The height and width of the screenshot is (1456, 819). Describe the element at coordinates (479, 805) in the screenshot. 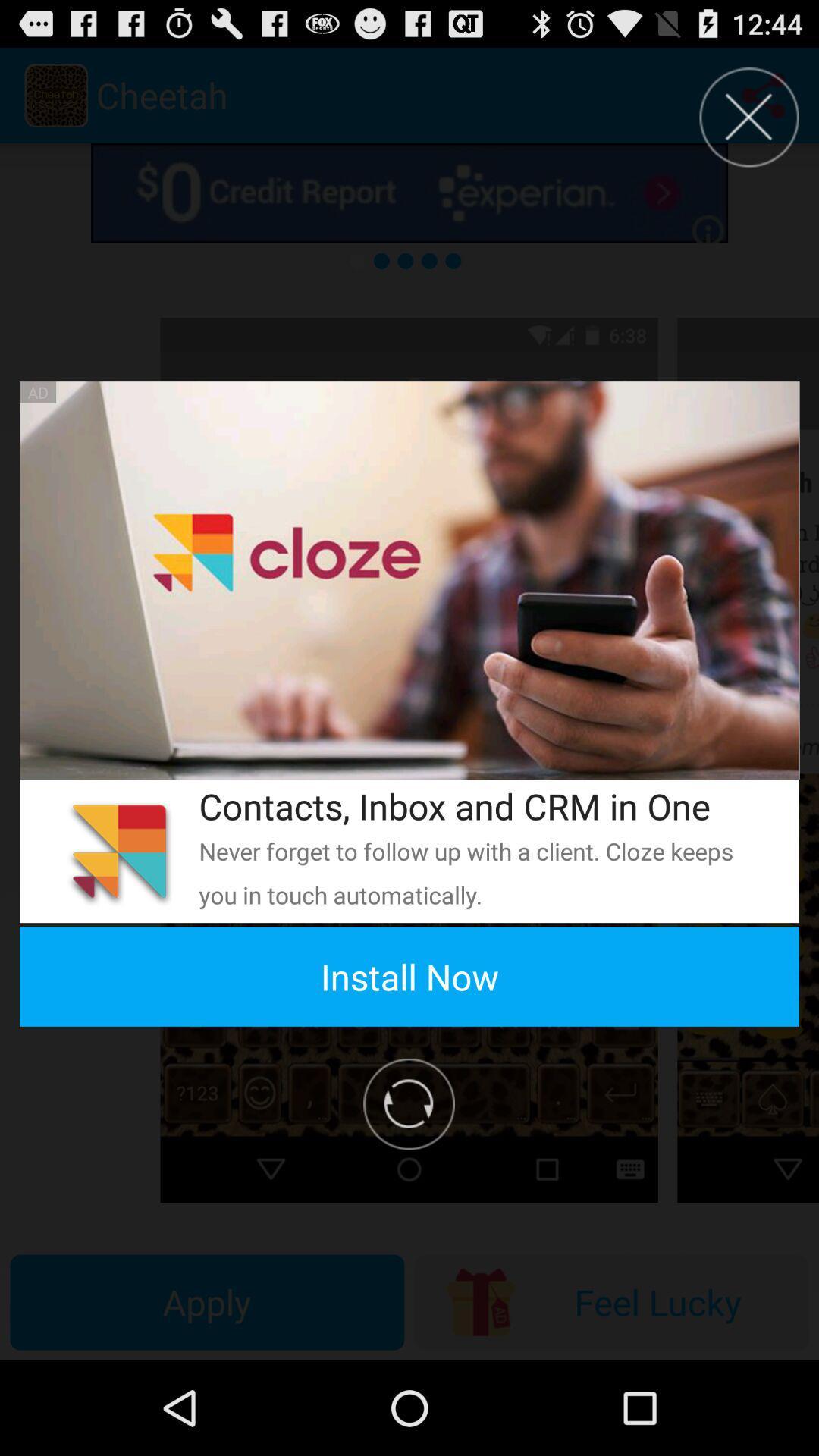

I see `the app above the never forget to icon` at that location.